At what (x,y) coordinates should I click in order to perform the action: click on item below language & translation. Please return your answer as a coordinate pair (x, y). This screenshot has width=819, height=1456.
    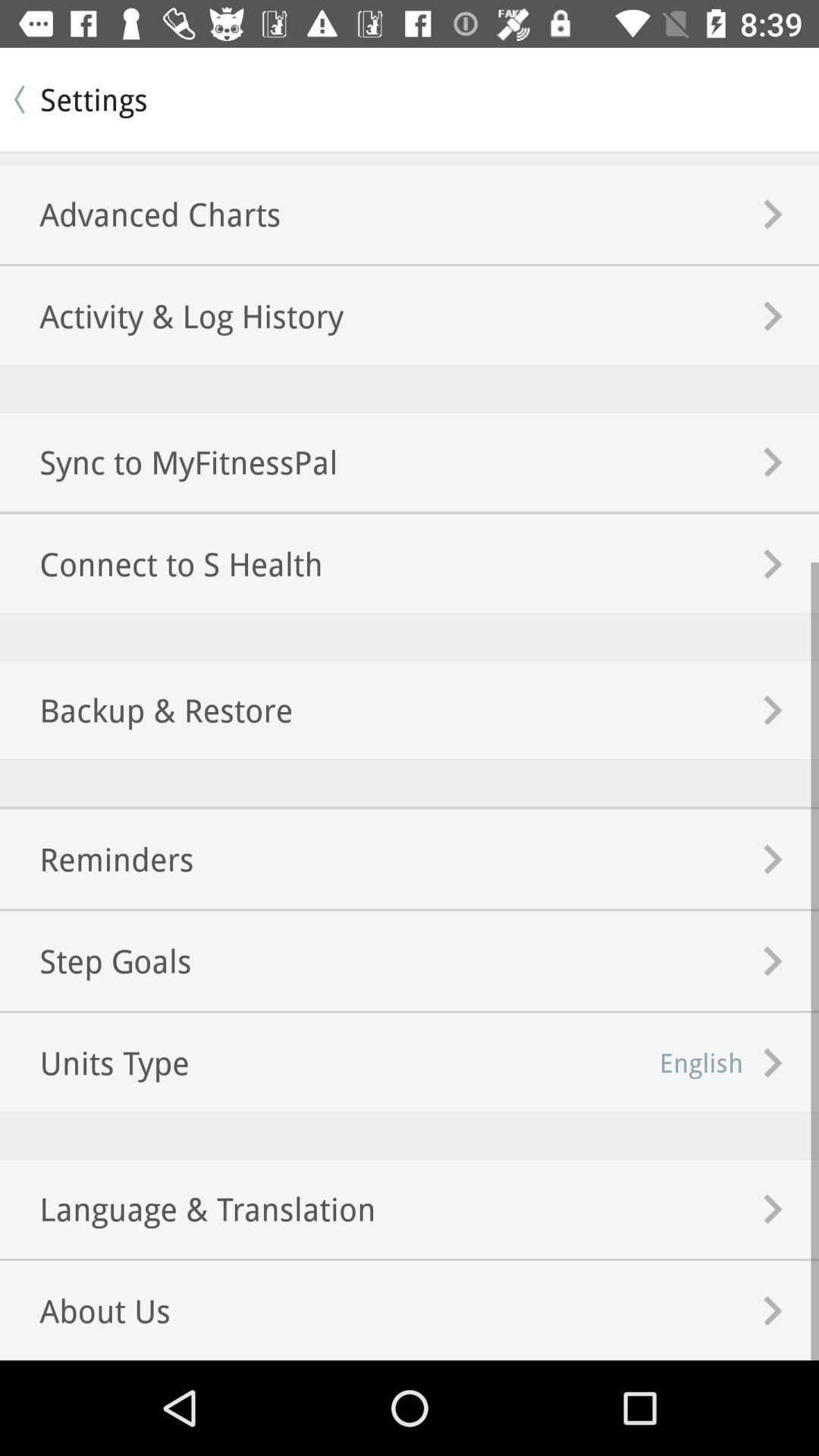
    Looking at the image, I should click on (85, 1310).